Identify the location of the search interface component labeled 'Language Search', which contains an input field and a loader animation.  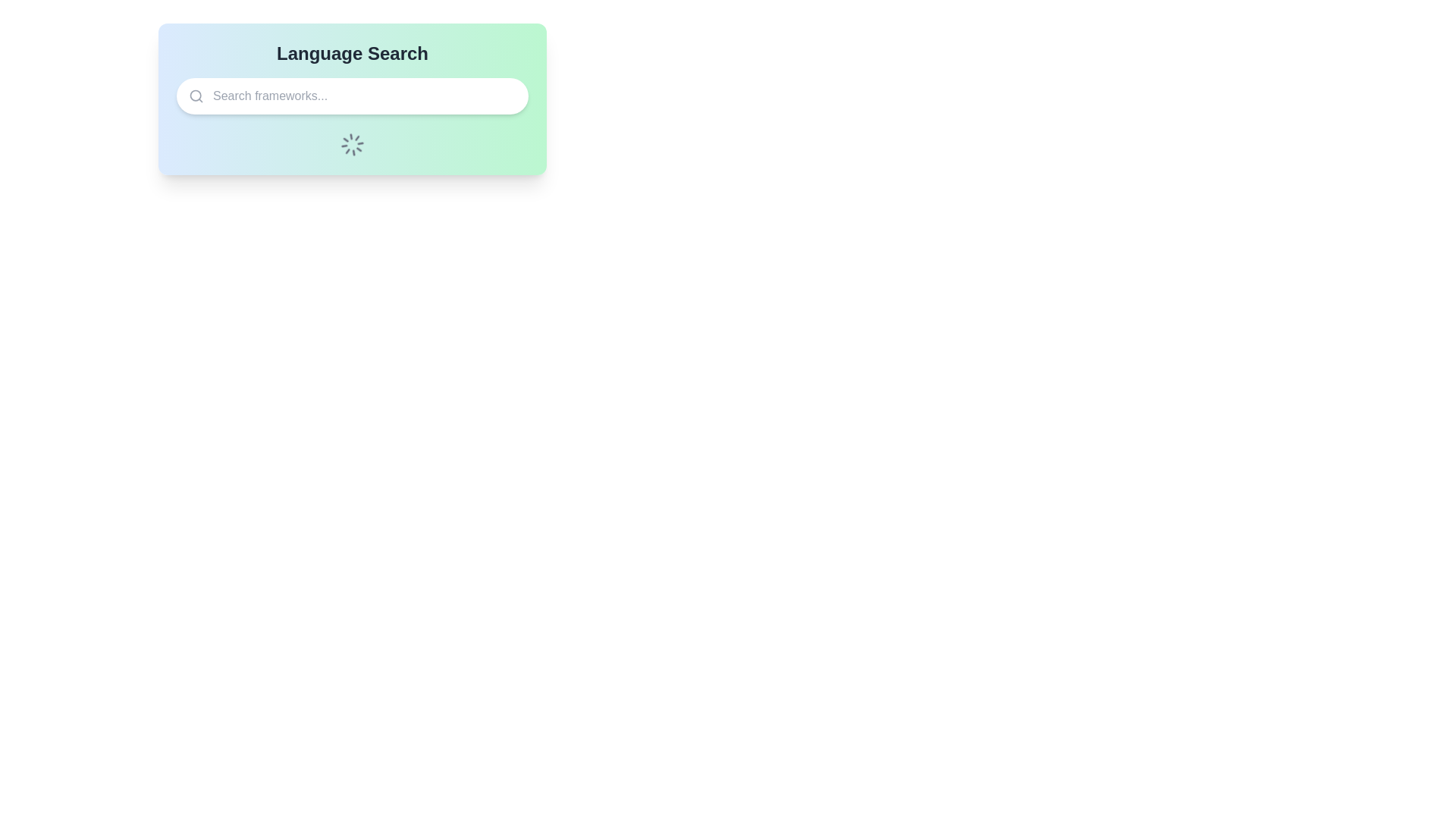
(352, 99).